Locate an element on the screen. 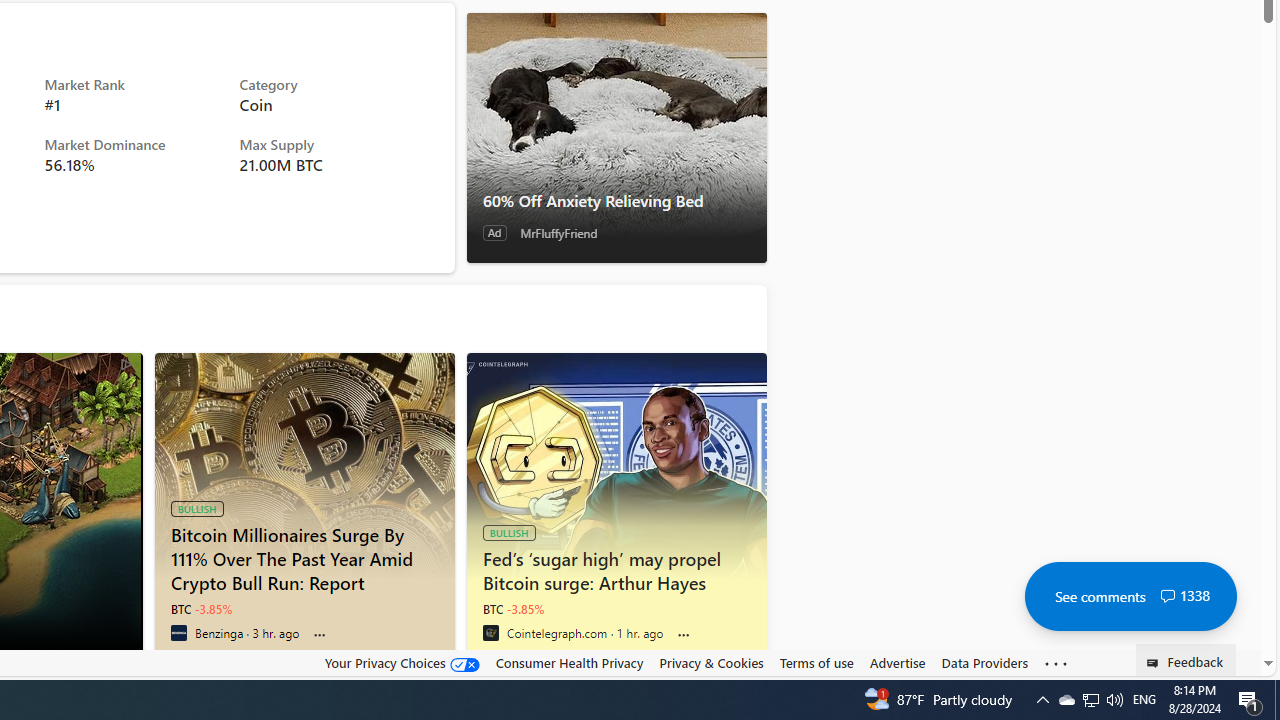 This screenshot has height=720, width=1280. '60% Off Anxiety Relieving Bed' is located at coordinates (615, 136).